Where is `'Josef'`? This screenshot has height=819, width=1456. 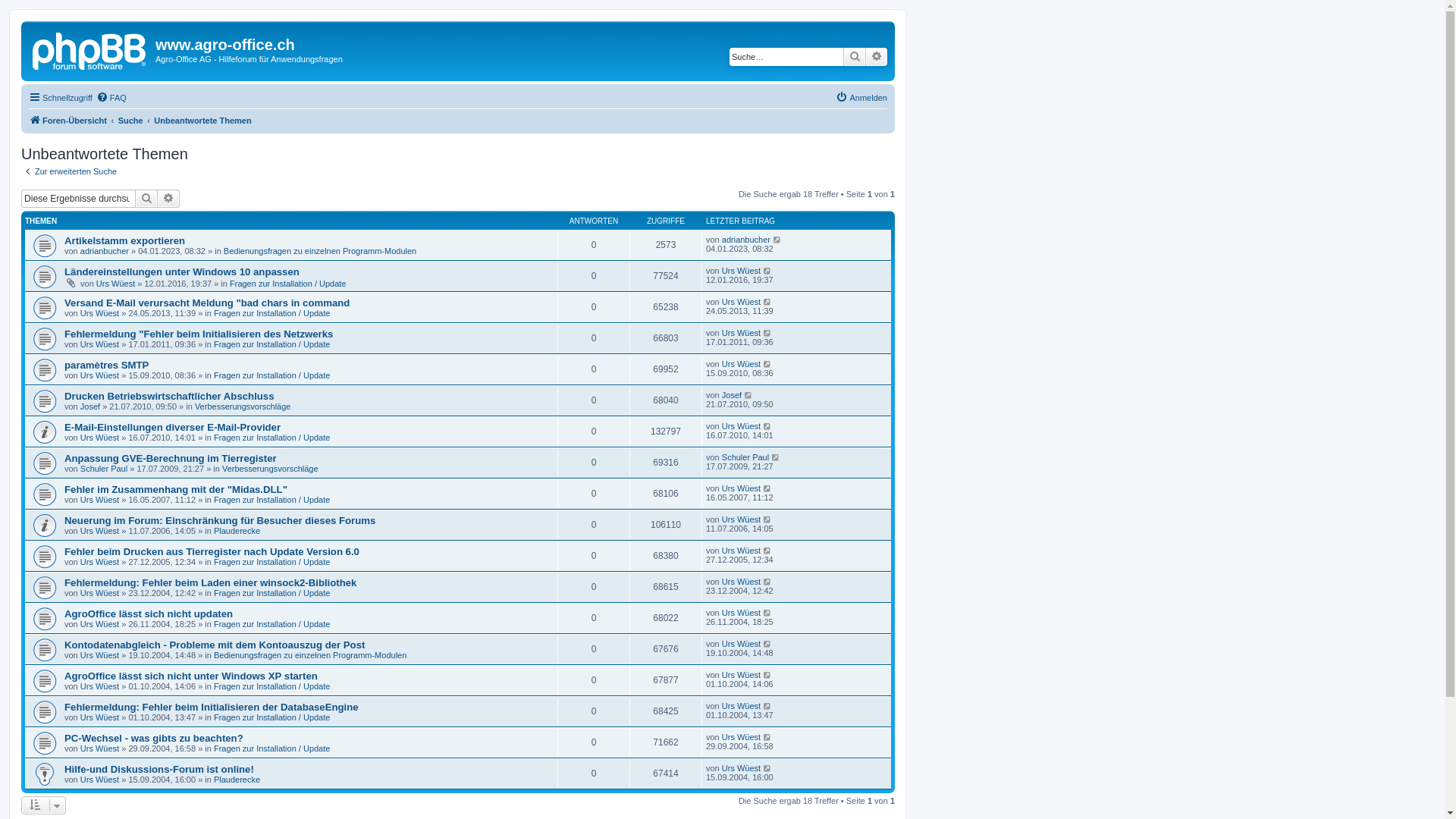
'Josef' is located at coordinates (79, 406).